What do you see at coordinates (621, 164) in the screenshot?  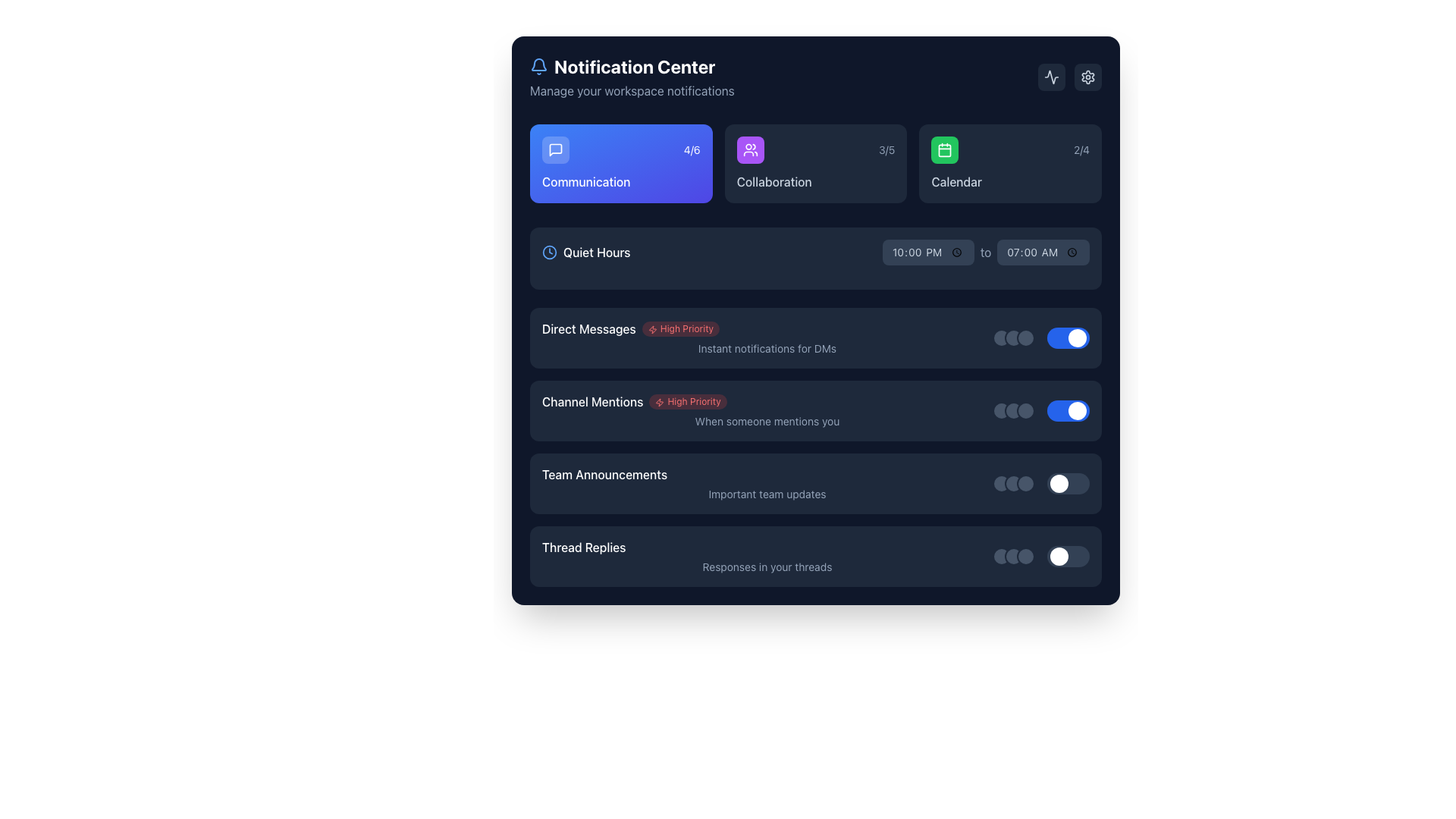 I see `the button located at the upper section of the interface, which is the first in a row of three buttons and positioned to the left of the 'Collaboration' button` at bounding box center [621, 164].